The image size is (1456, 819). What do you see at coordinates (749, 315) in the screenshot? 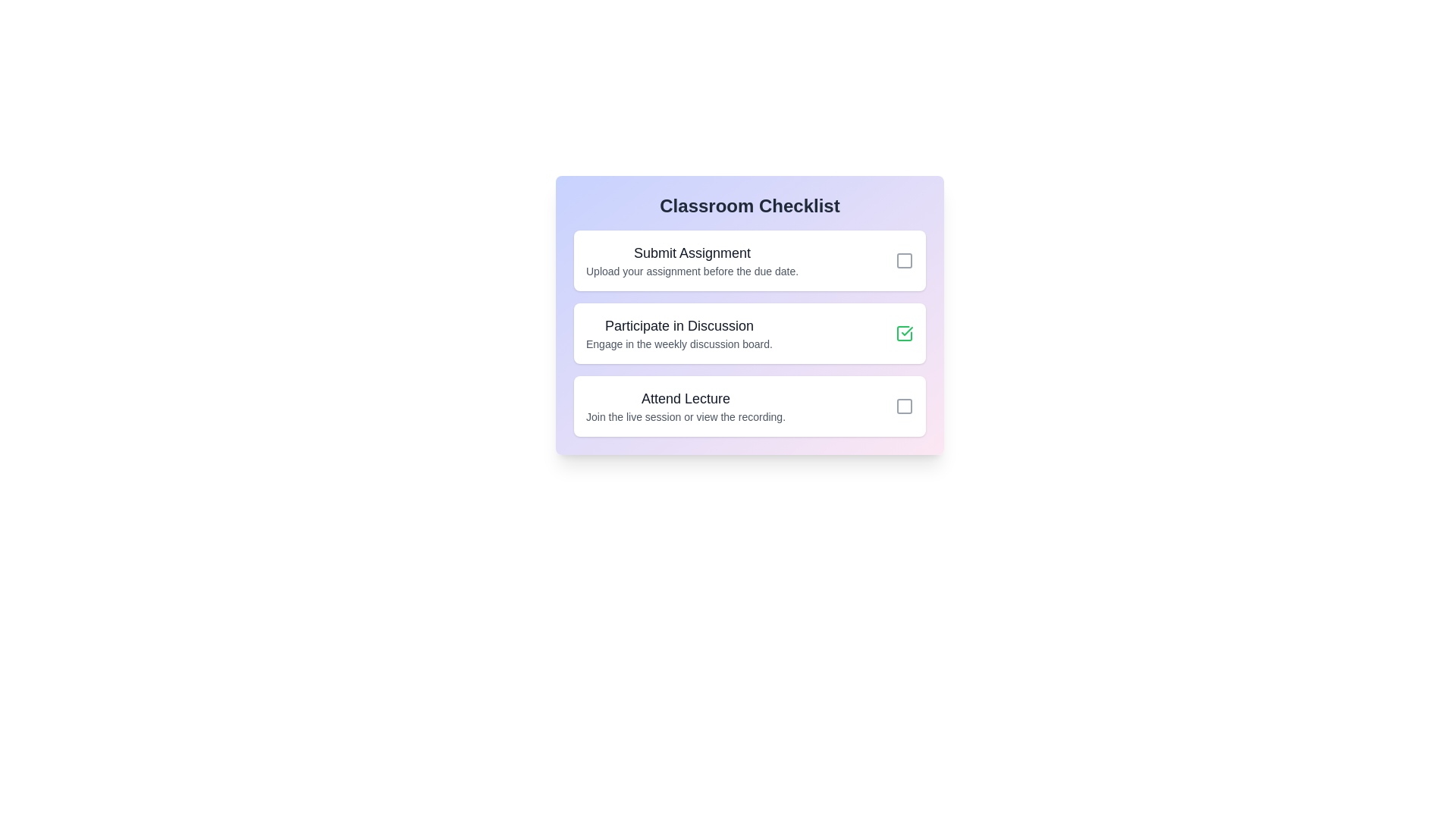
I see `the checkbox of the checklist item titled 'Participate in Discussion'` at bounding box center [749, 315].